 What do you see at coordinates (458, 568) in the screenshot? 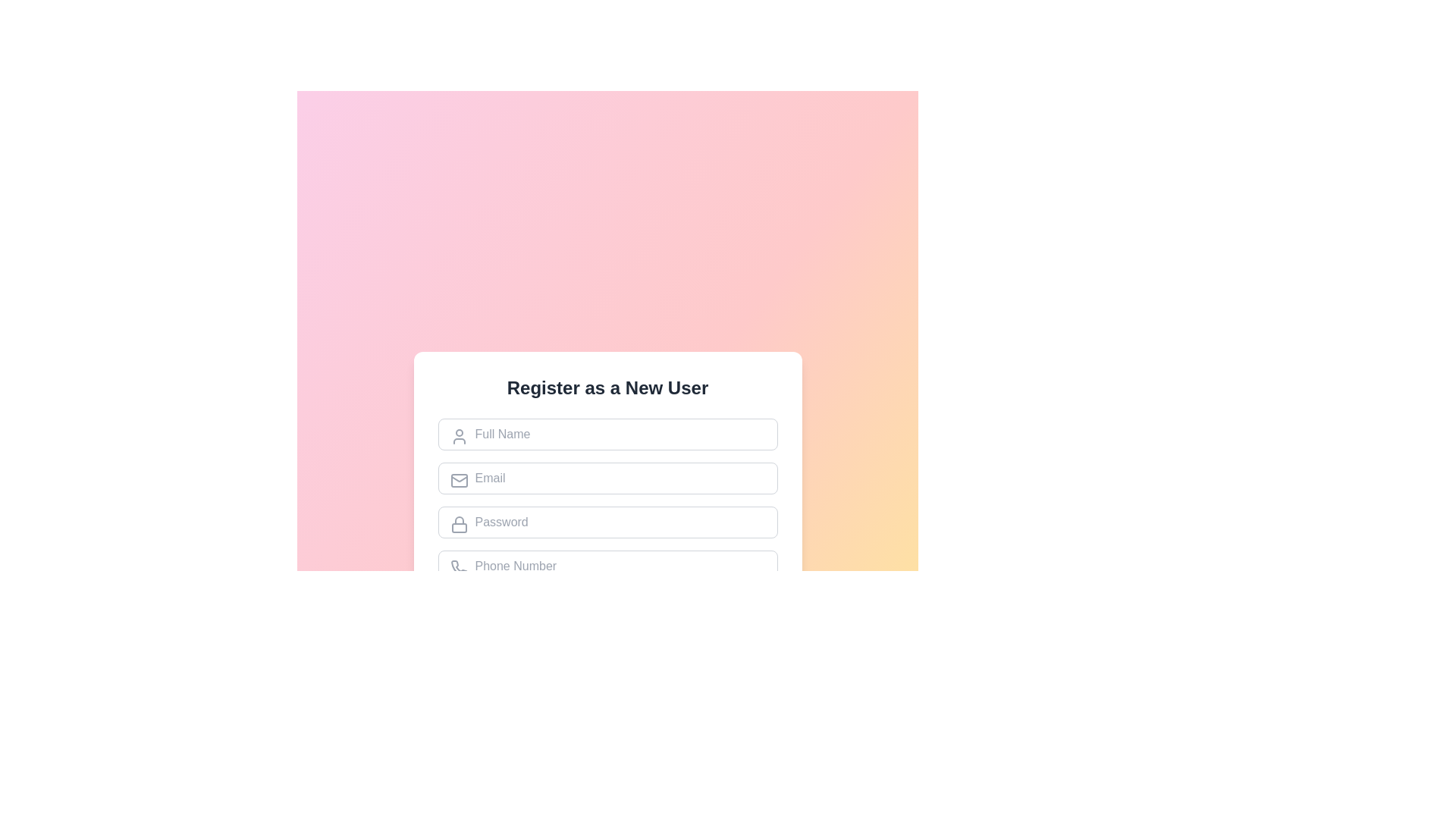
I see `the gray phone receiver icon located in the 'Phone Number' input field, which is styled with a line-art design and serves as an indicator for the input's purpose` at bounding box center [458, 568].